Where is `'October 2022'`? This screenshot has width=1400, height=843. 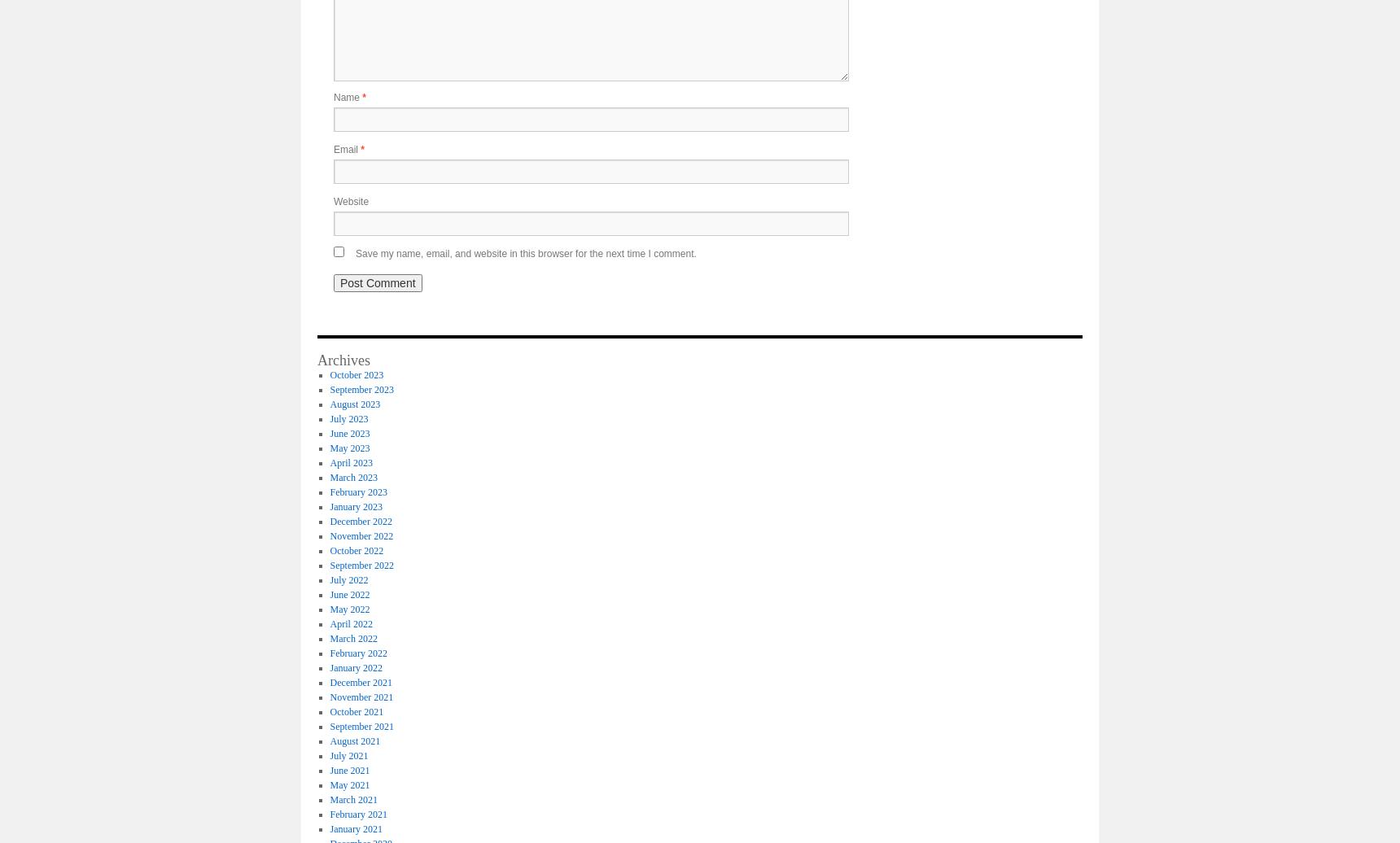 'October 2022' is located at coordinates (356, 549).